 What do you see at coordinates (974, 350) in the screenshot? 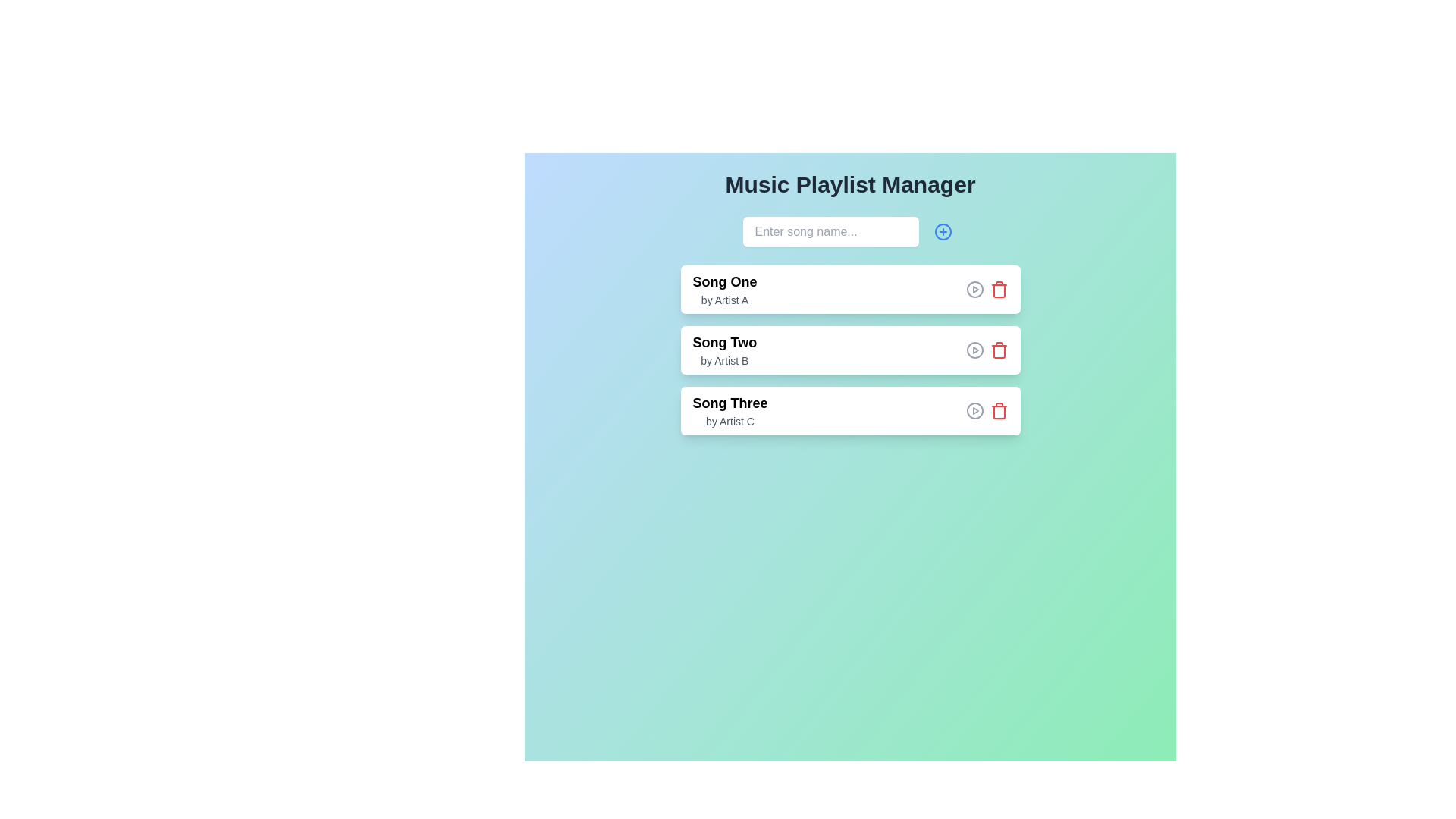
I see `the circular SVG element styled as a thin stroke circle, which is part of the play button located on the right side of the 'Song One' list item` at bounding box center [974, 350].